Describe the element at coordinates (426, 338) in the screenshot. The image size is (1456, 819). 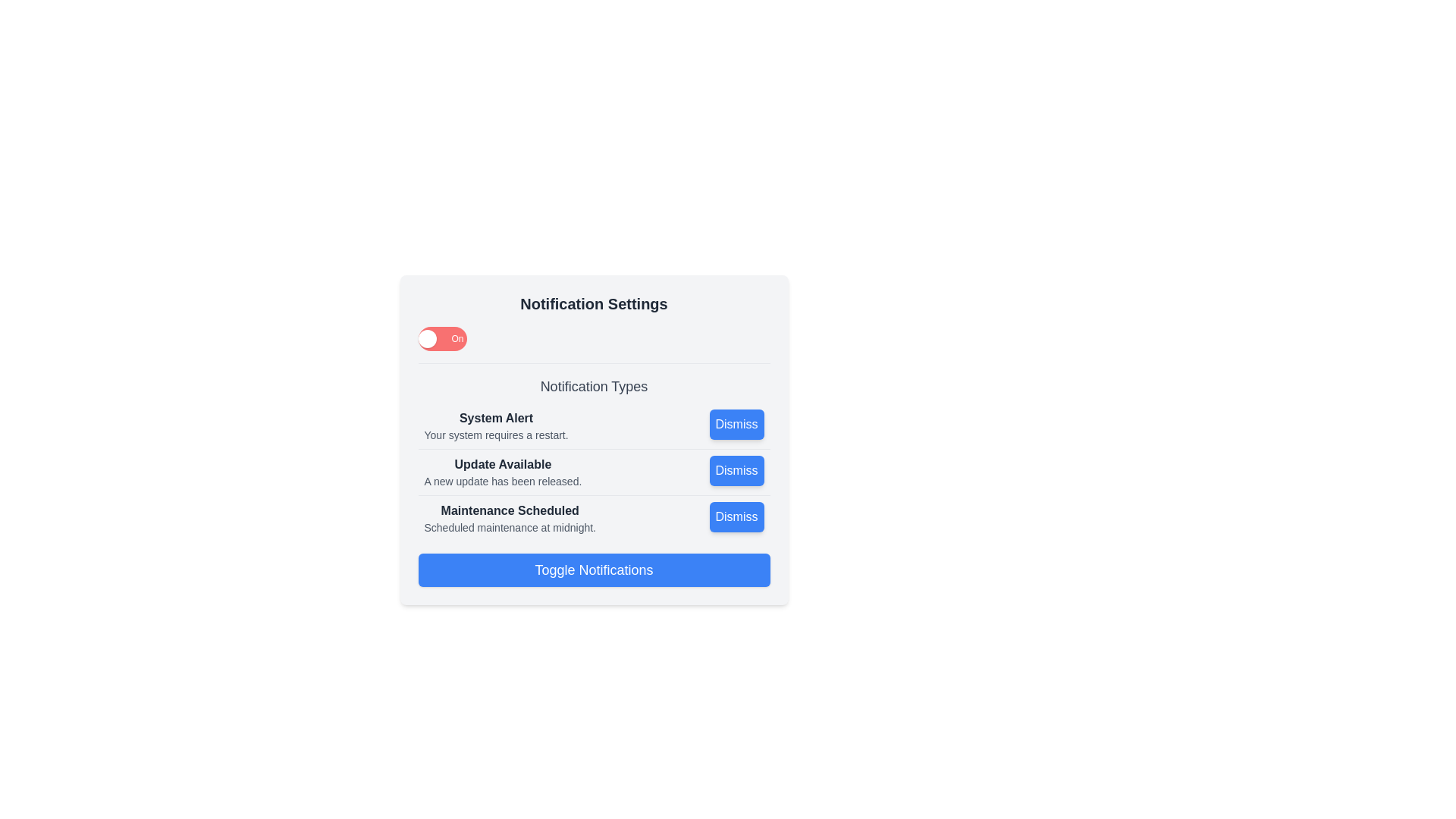
I see `the toggle switch located in the top-left section of the 'Notification Settings' card by clicking on it, which is indicated by the 'Off' label on the left side` at that location.